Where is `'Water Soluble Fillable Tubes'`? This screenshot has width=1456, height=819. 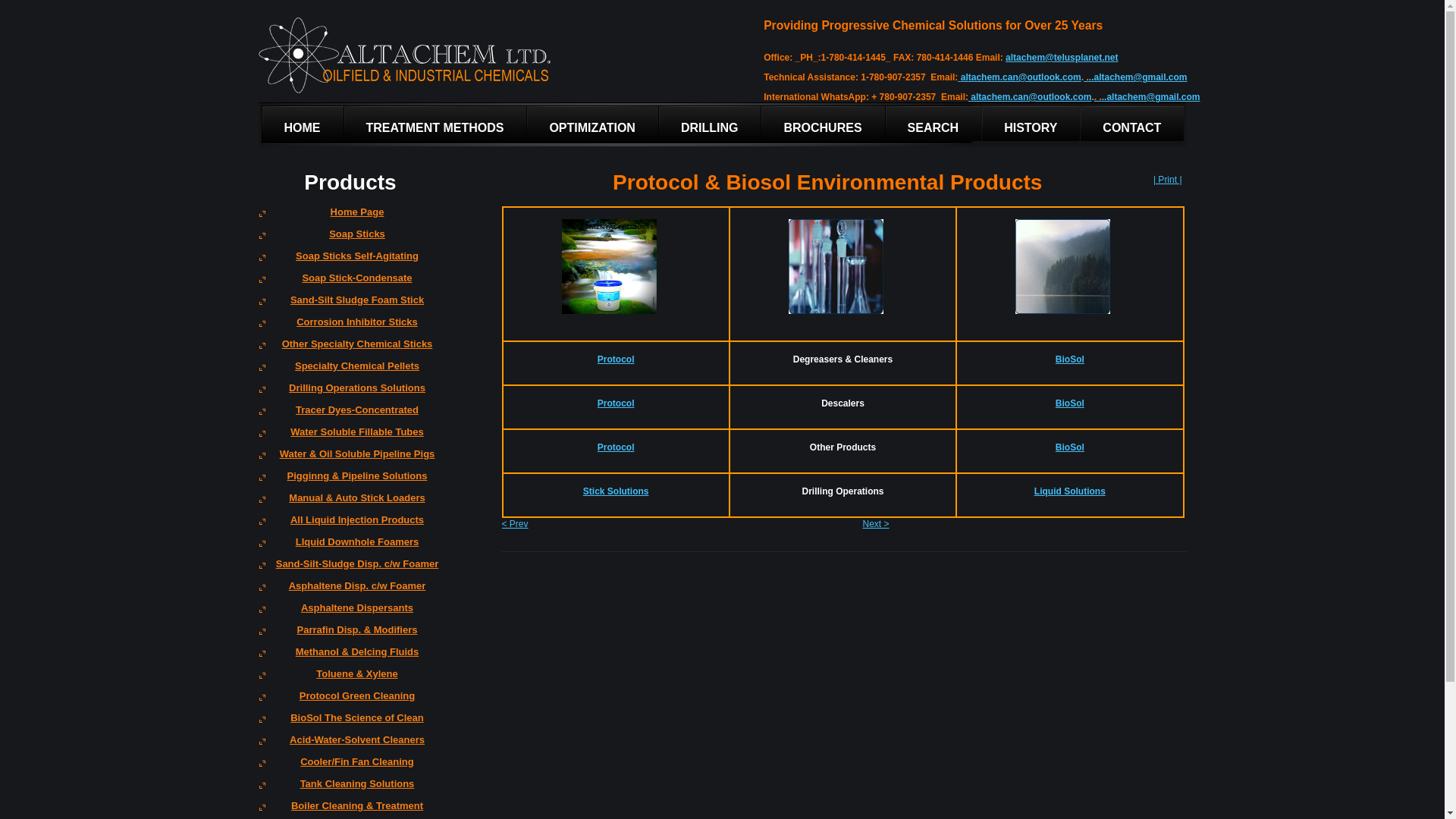
'Water Soluble Fillable Tubes' is located at coordinates (350, 437).